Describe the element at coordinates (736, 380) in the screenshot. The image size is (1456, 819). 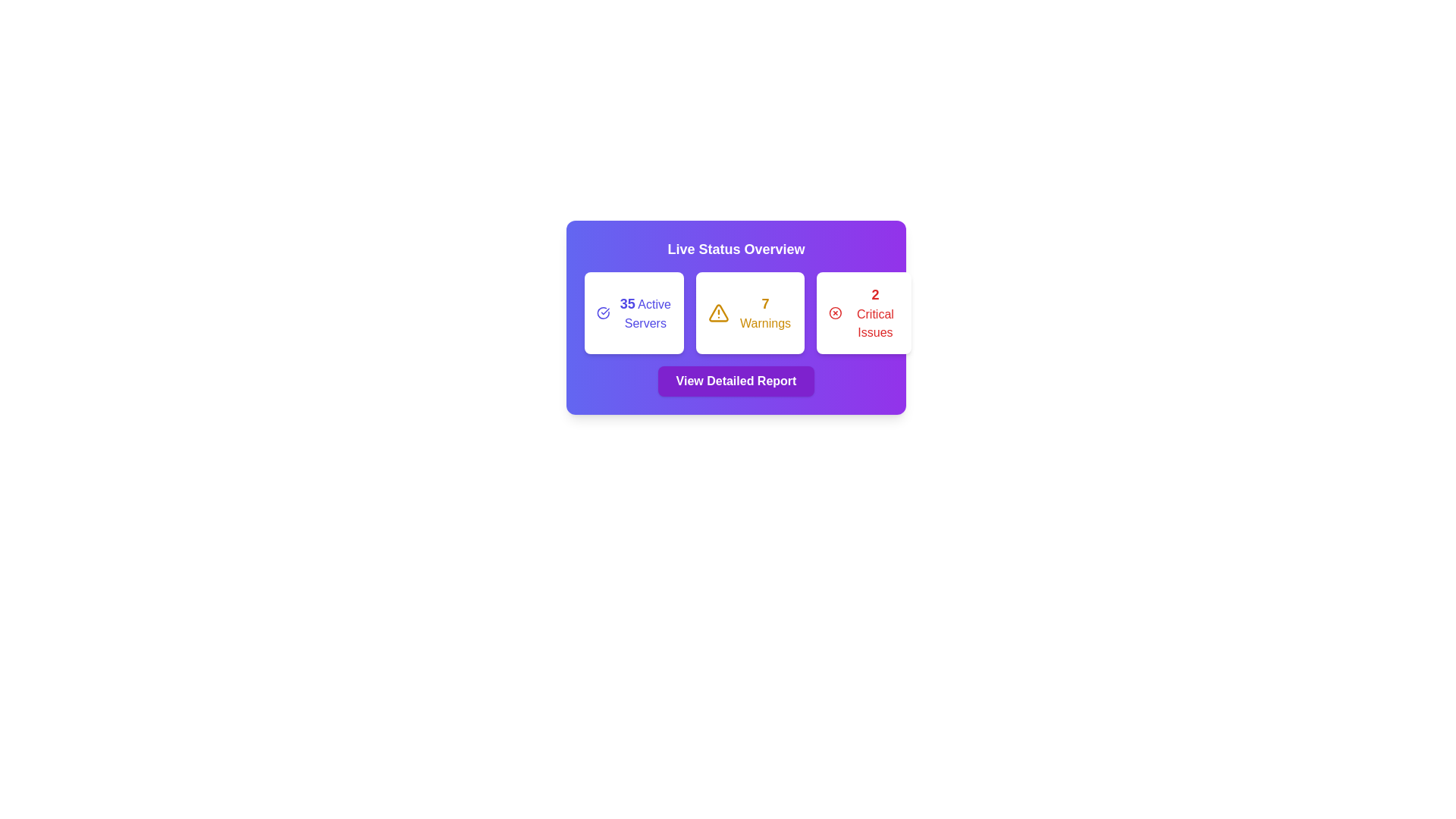
I see `the button located at the bottom of the 'Live Status Overview' section to potentially display a tooltip or highlight effect` at that location.